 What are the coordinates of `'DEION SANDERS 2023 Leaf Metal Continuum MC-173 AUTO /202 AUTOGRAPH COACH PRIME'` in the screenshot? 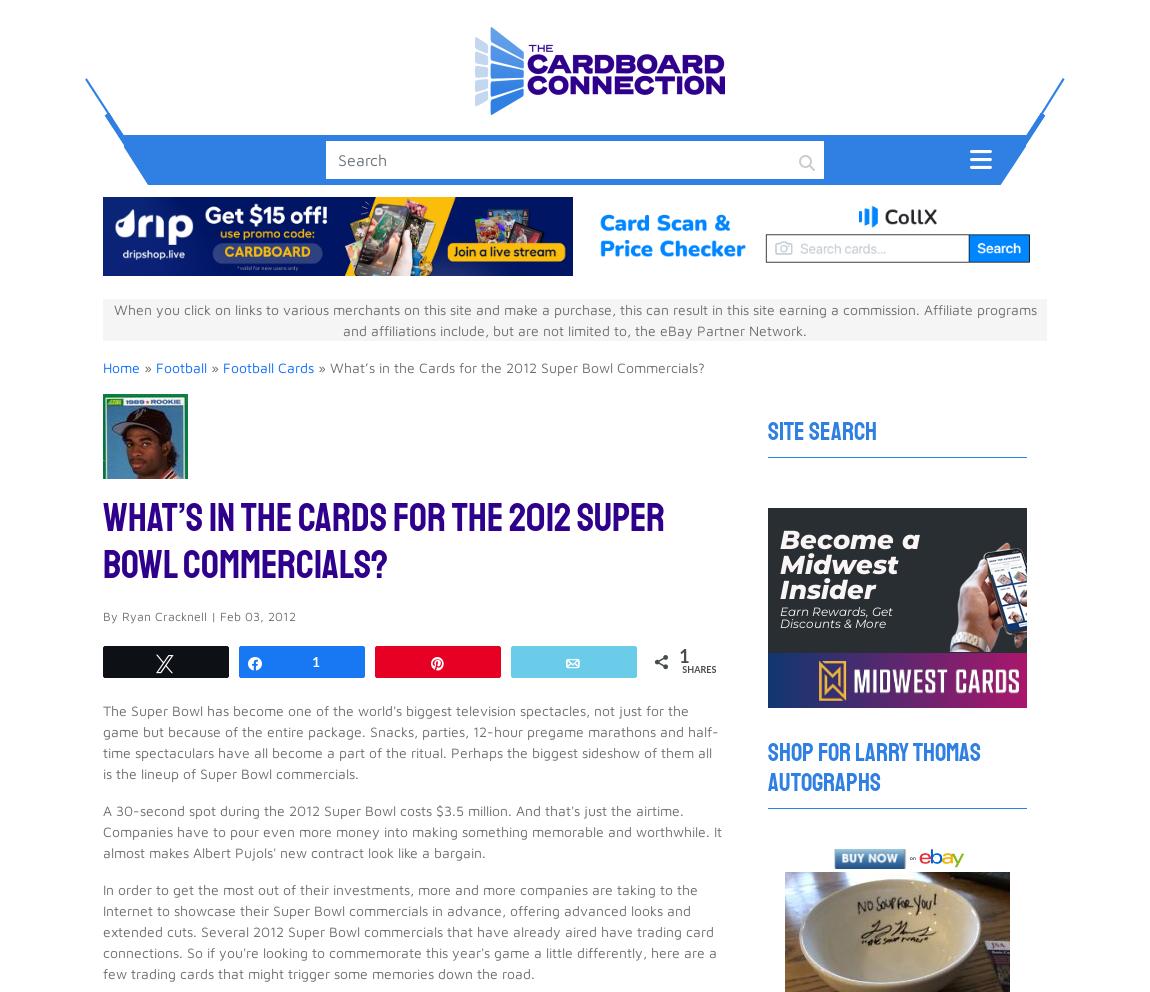 It's located at (178, 502).